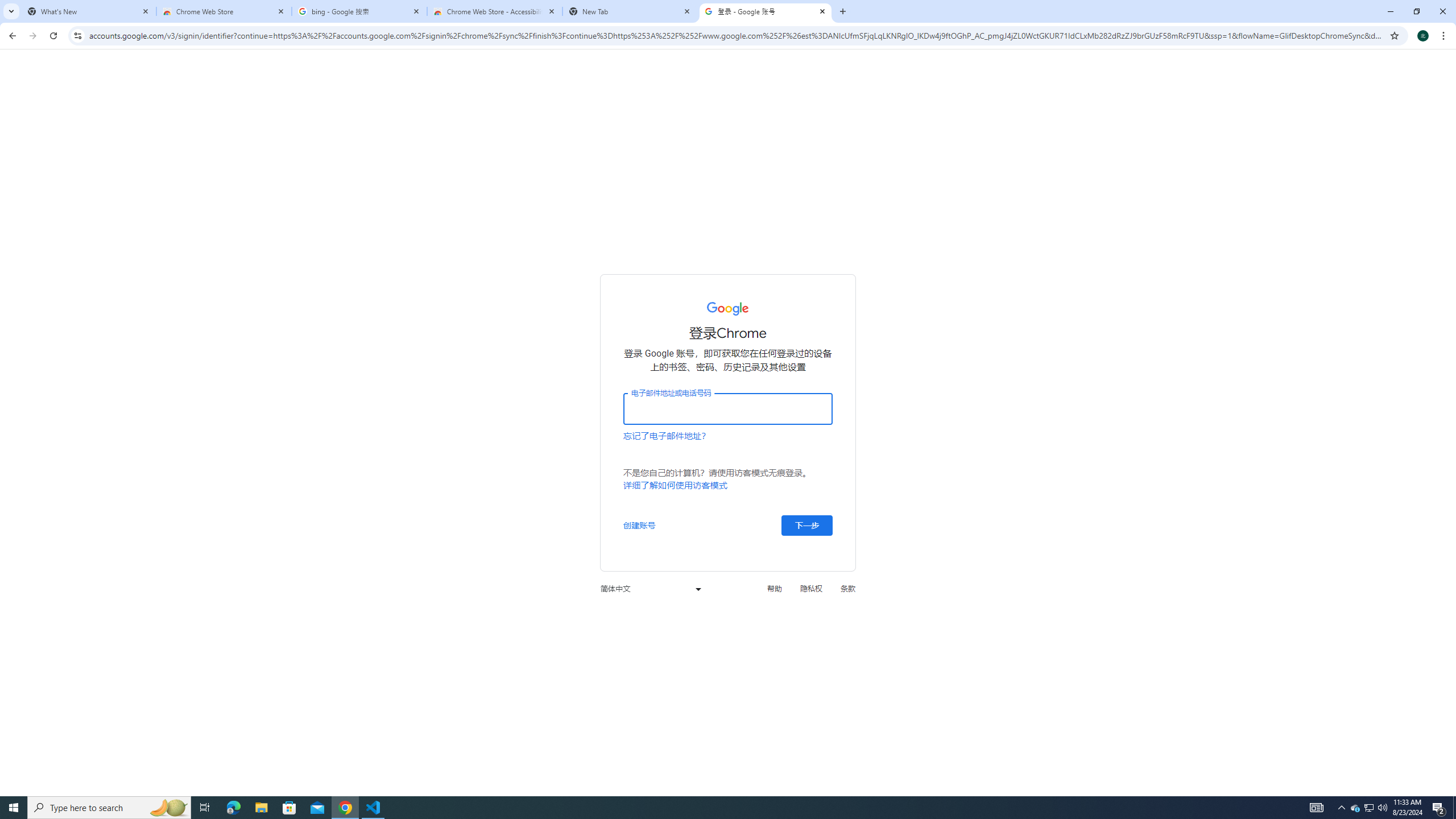 The image size is (1456, 819). What do you see at coordinates (88, 11) in the screenshot?
I see `'What'` at bounding box center [88, 11].